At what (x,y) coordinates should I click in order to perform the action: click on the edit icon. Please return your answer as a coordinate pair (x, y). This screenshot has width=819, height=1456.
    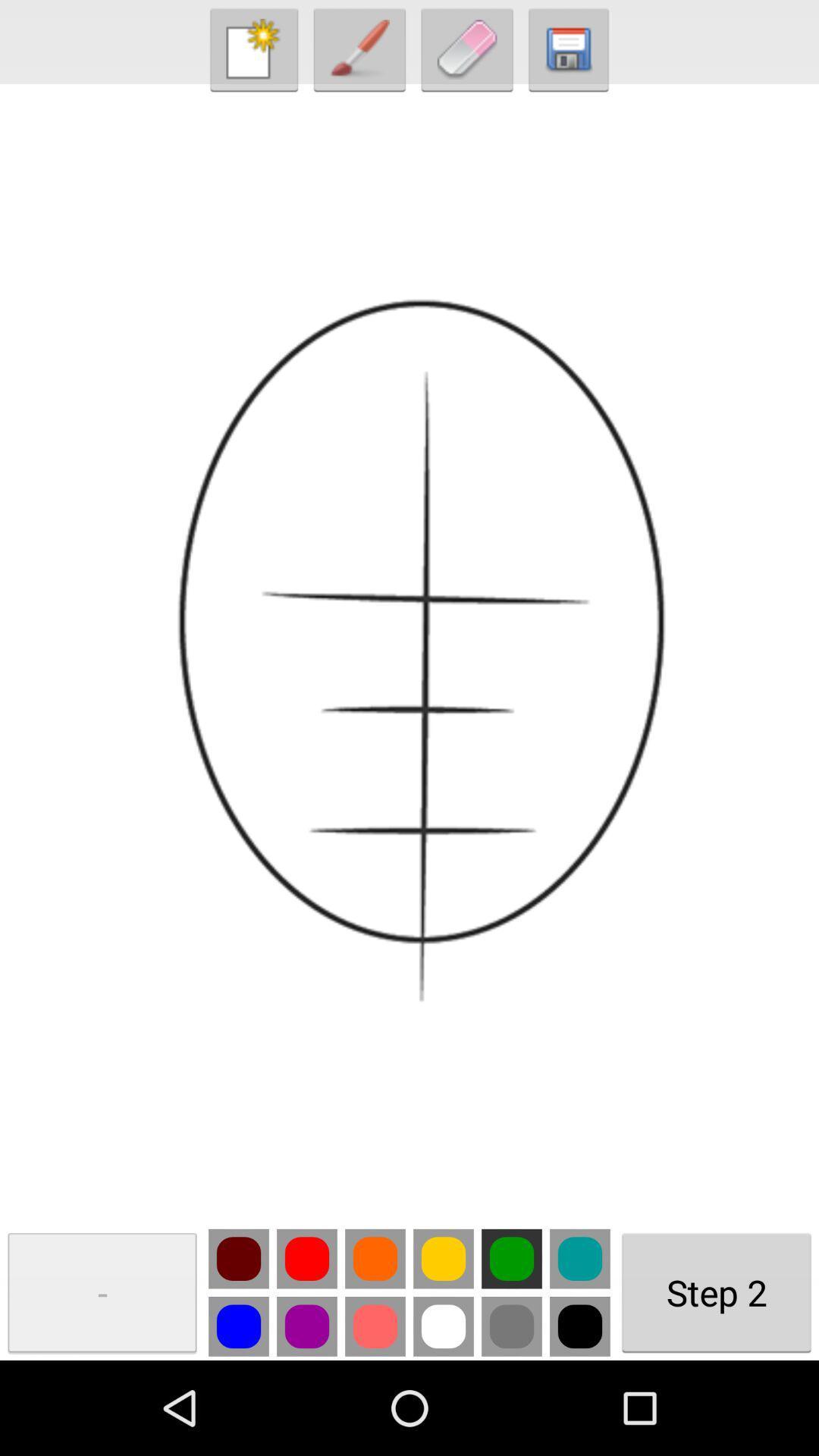
    Looking at the image, I should click on (359, 53).